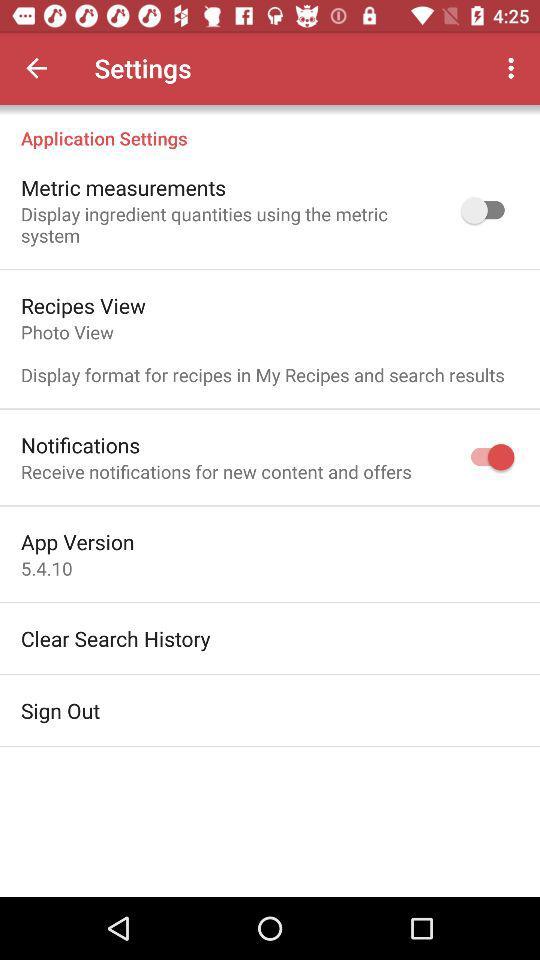 Image resolution: width=540 pixels, height=960 pixels. What do you see at coordinates (115, 637) in the screenshot?
I see `clear search history` at bounding box center [115, 637].